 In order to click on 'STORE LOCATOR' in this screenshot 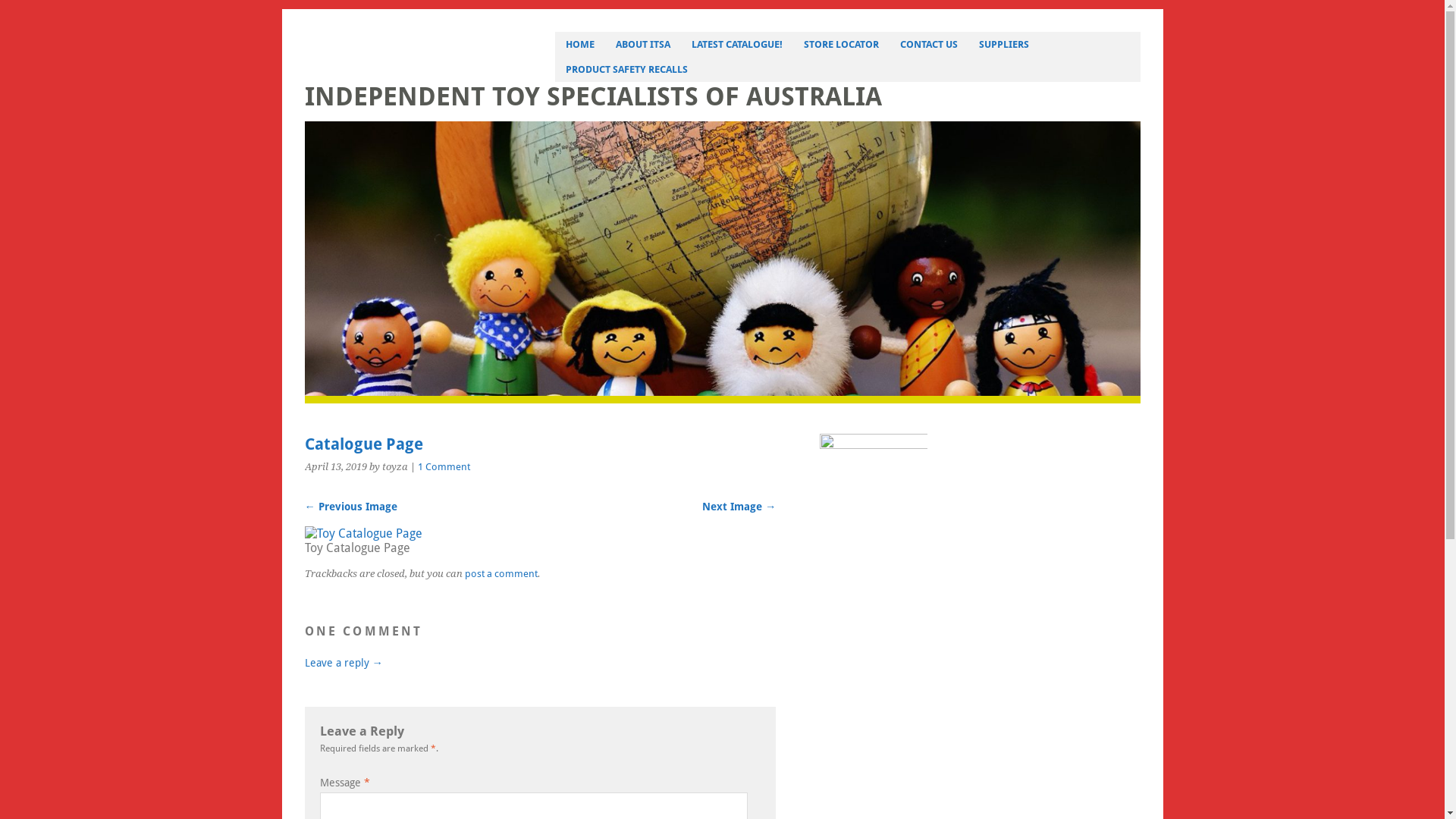, I will do `click(840, 43)`.